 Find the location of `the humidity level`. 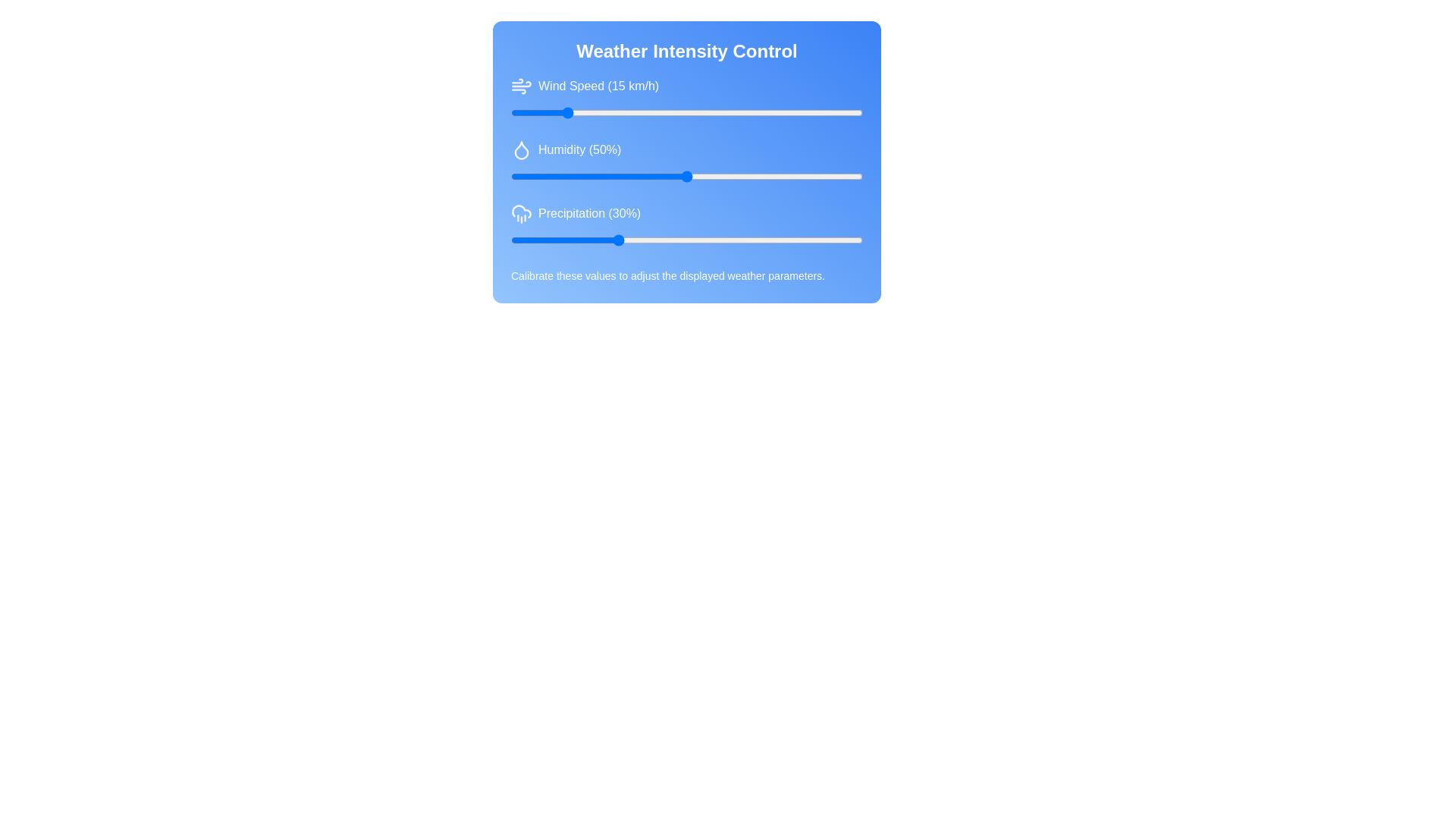

the humidity level is located at coordinates (686, 175).